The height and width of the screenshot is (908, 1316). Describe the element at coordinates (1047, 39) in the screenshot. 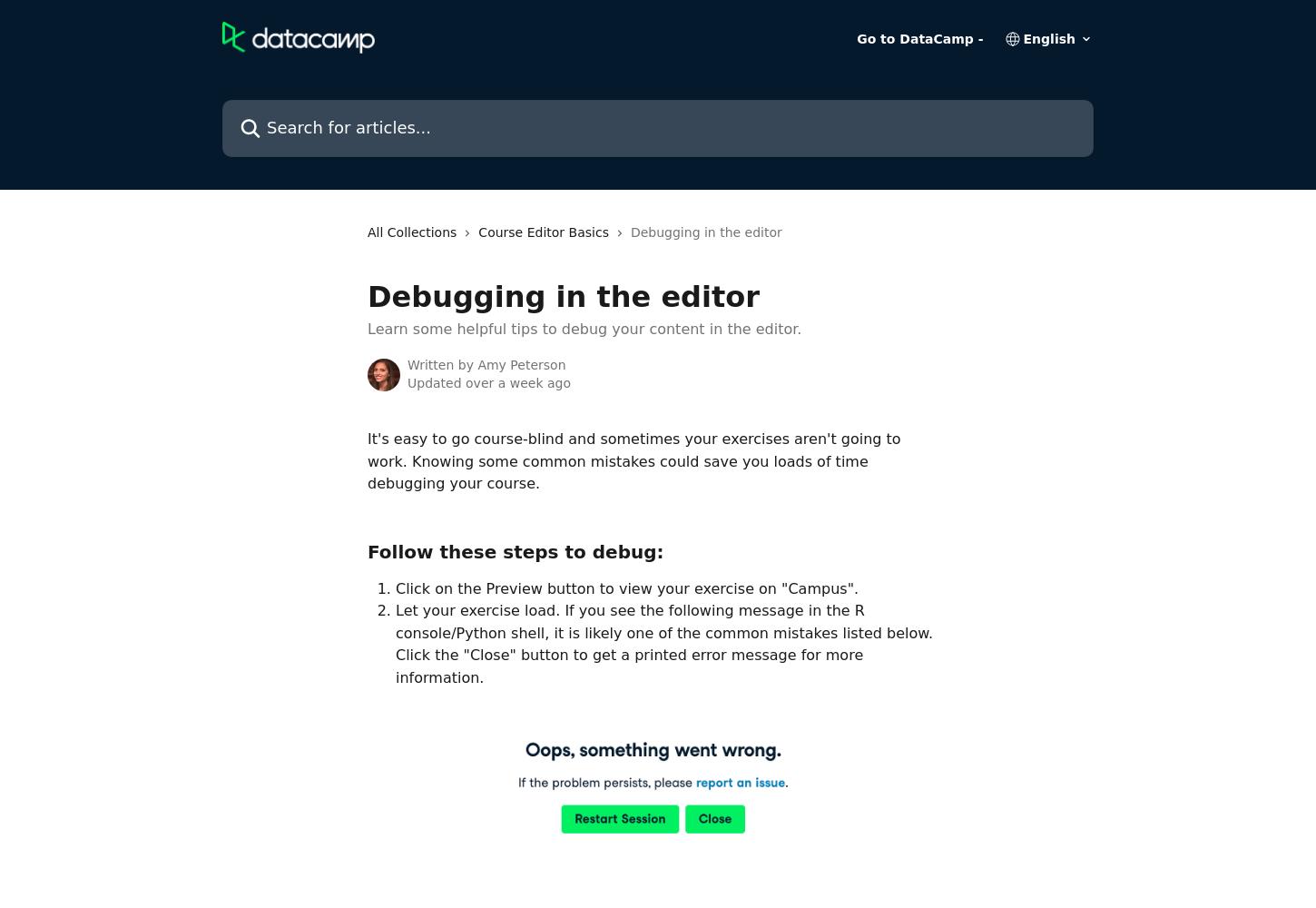

I see `'English'` at that location.